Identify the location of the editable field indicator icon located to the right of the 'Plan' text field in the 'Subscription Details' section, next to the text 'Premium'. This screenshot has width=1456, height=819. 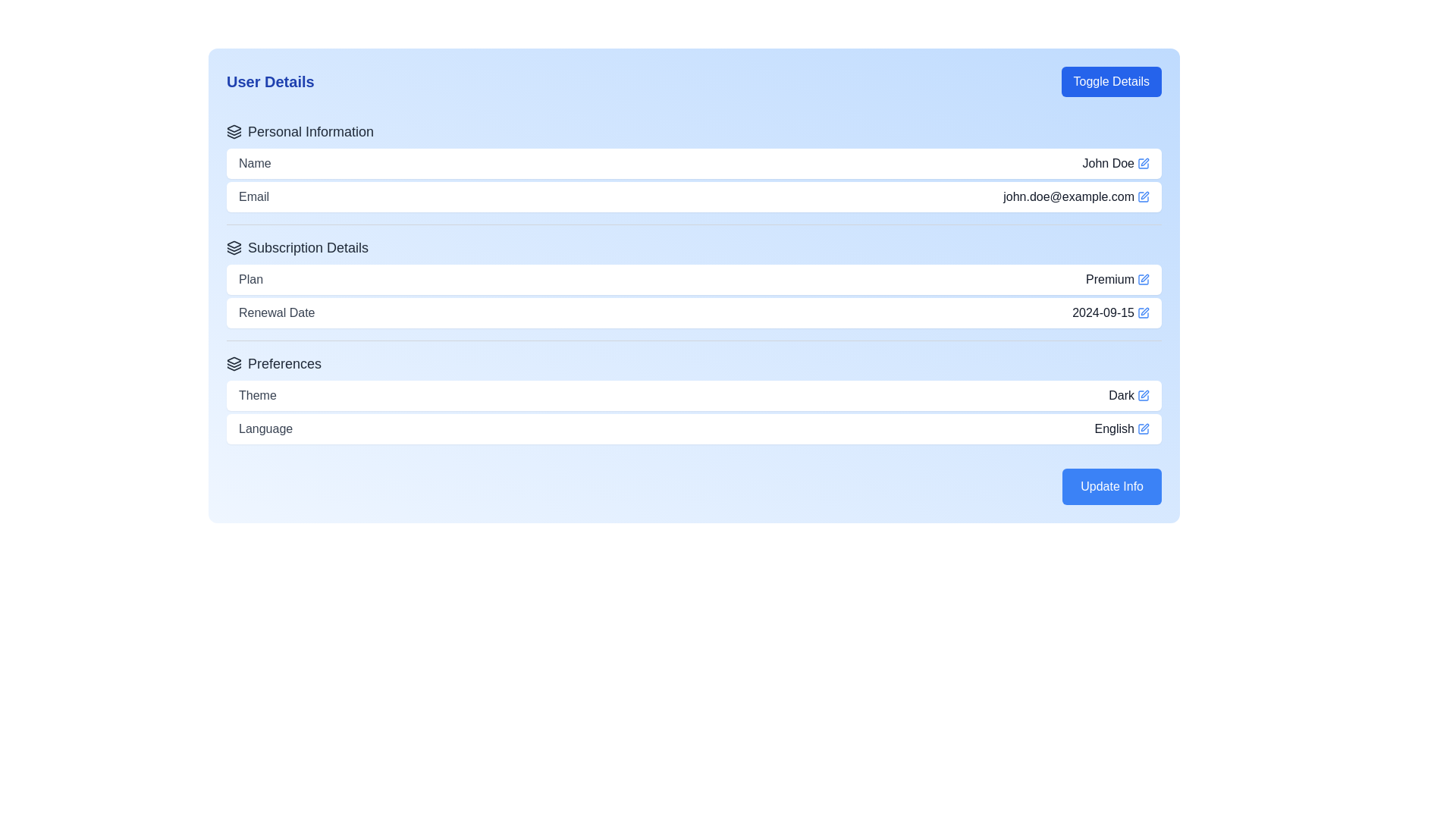
(1143, 429).